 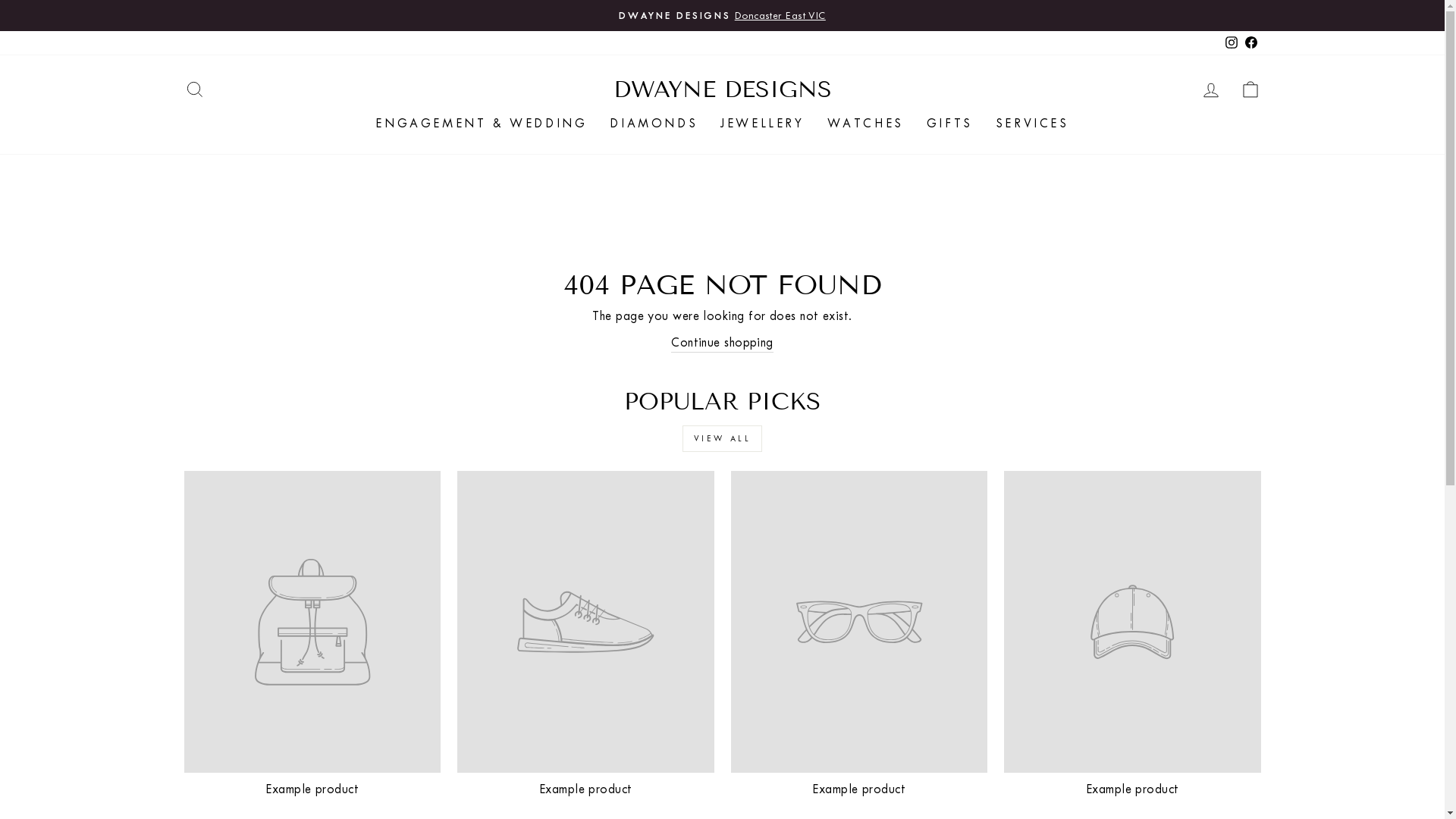 I want to click on 'ENGAGEMENT & WEDDING', so click(x=480, y=122).